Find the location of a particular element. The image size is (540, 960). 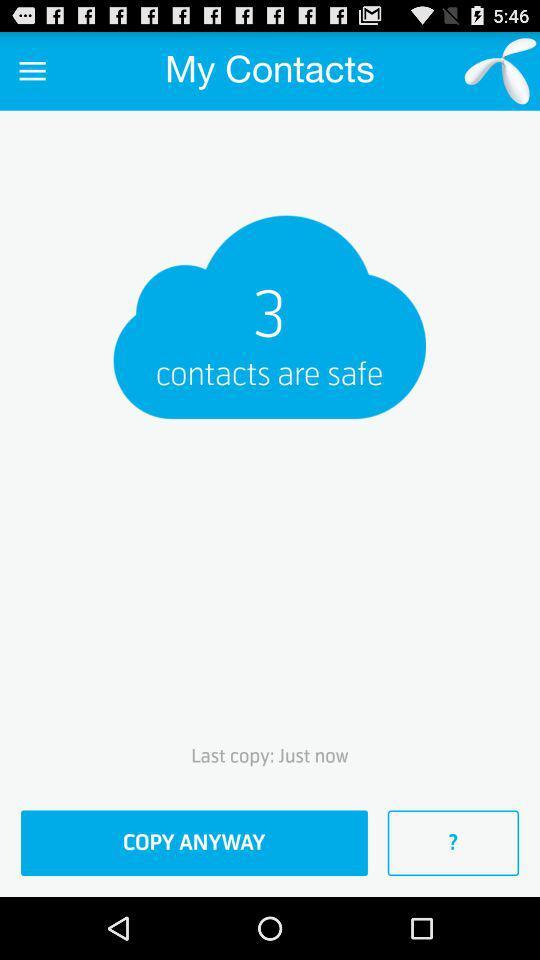

the  ? is located at coordinates (453, 842).